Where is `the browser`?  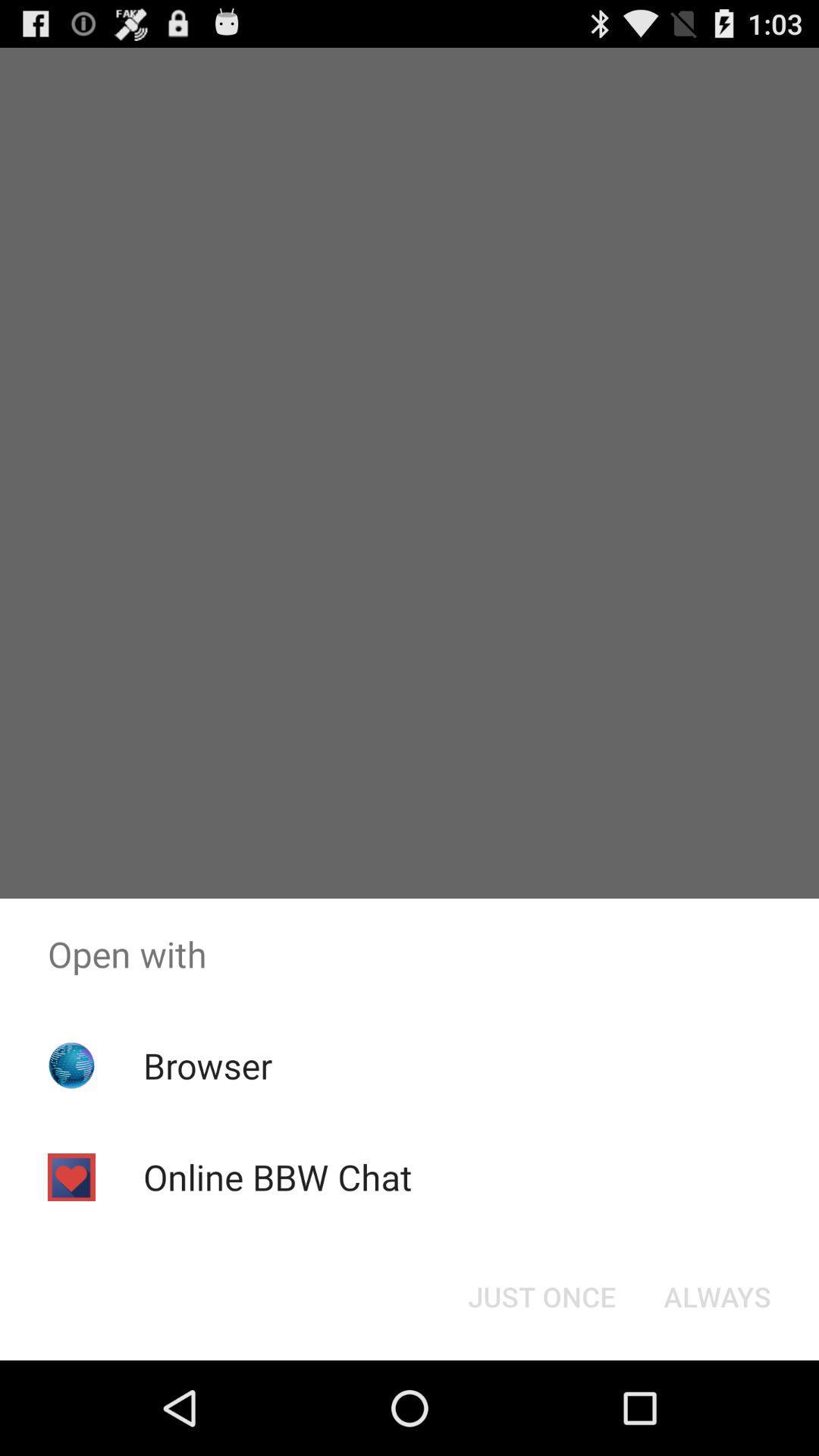 the browser is located at coordinates (208, 1065).